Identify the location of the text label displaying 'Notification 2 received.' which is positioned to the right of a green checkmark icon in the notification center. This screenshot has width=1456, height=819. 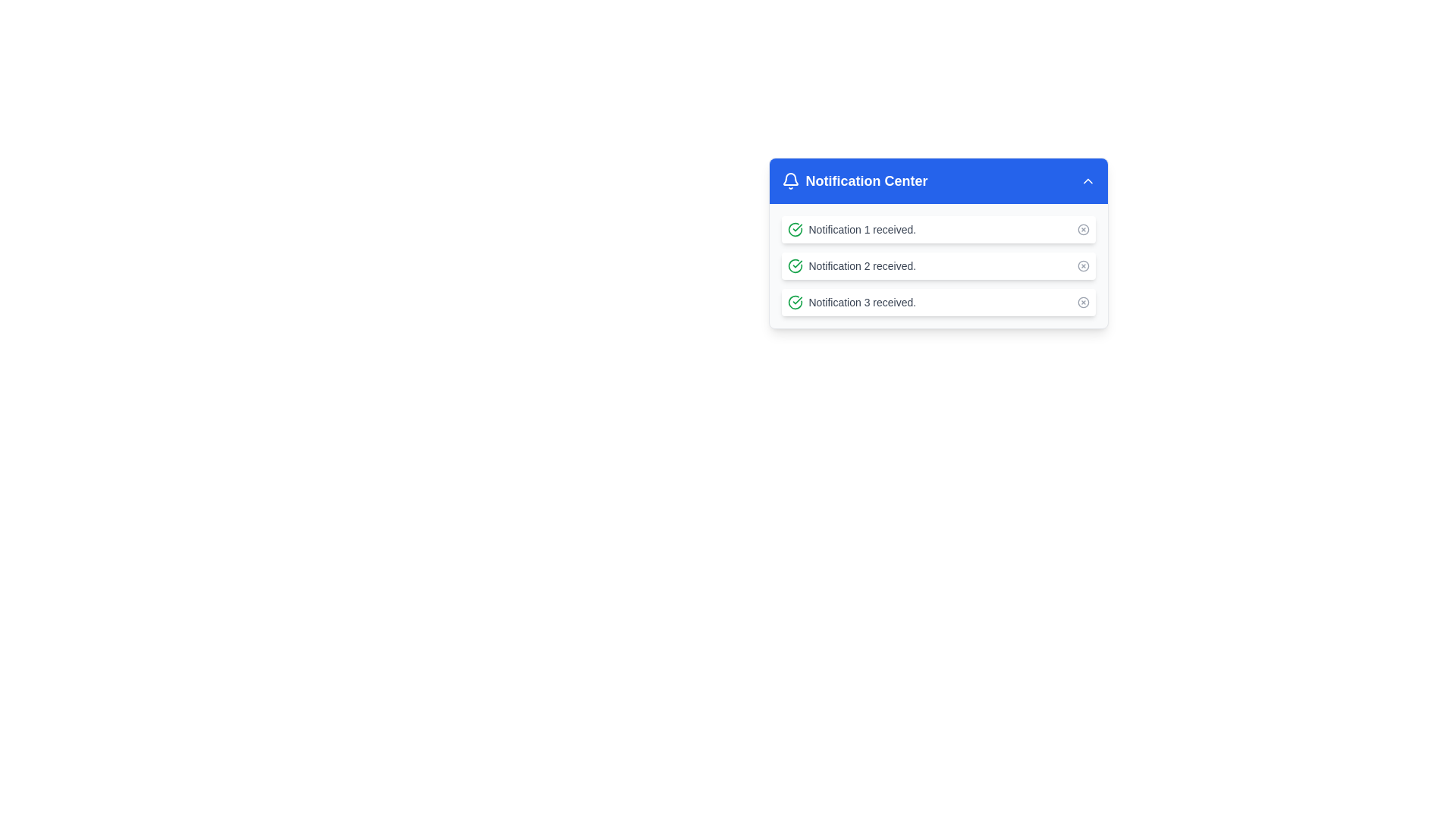
(862, 265).